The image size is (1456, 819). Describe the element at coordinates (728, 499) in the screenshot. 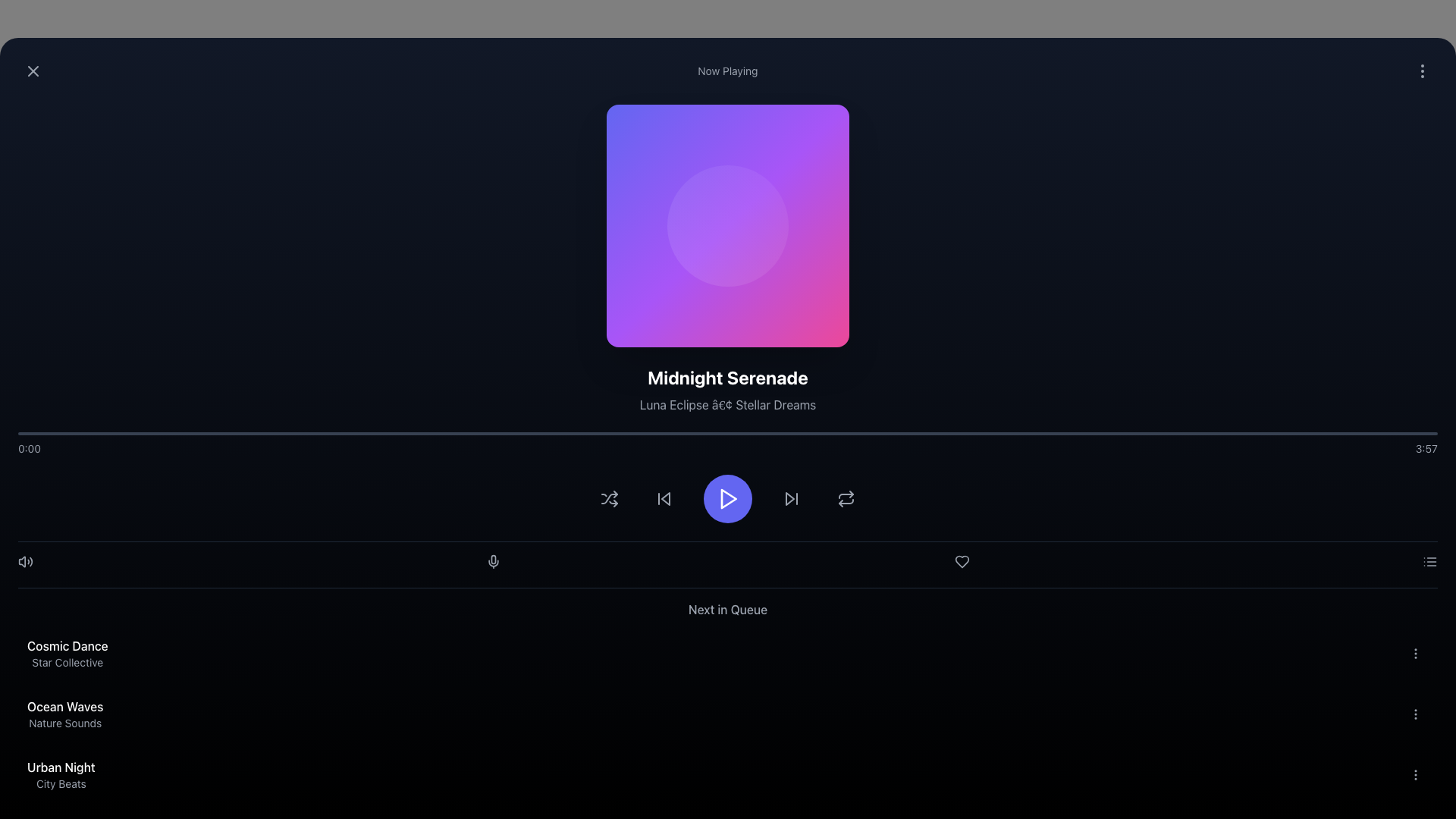

I see `the central button in the playback control bar of the music player interface to initiate playback or pause the currently selected track` at that location.